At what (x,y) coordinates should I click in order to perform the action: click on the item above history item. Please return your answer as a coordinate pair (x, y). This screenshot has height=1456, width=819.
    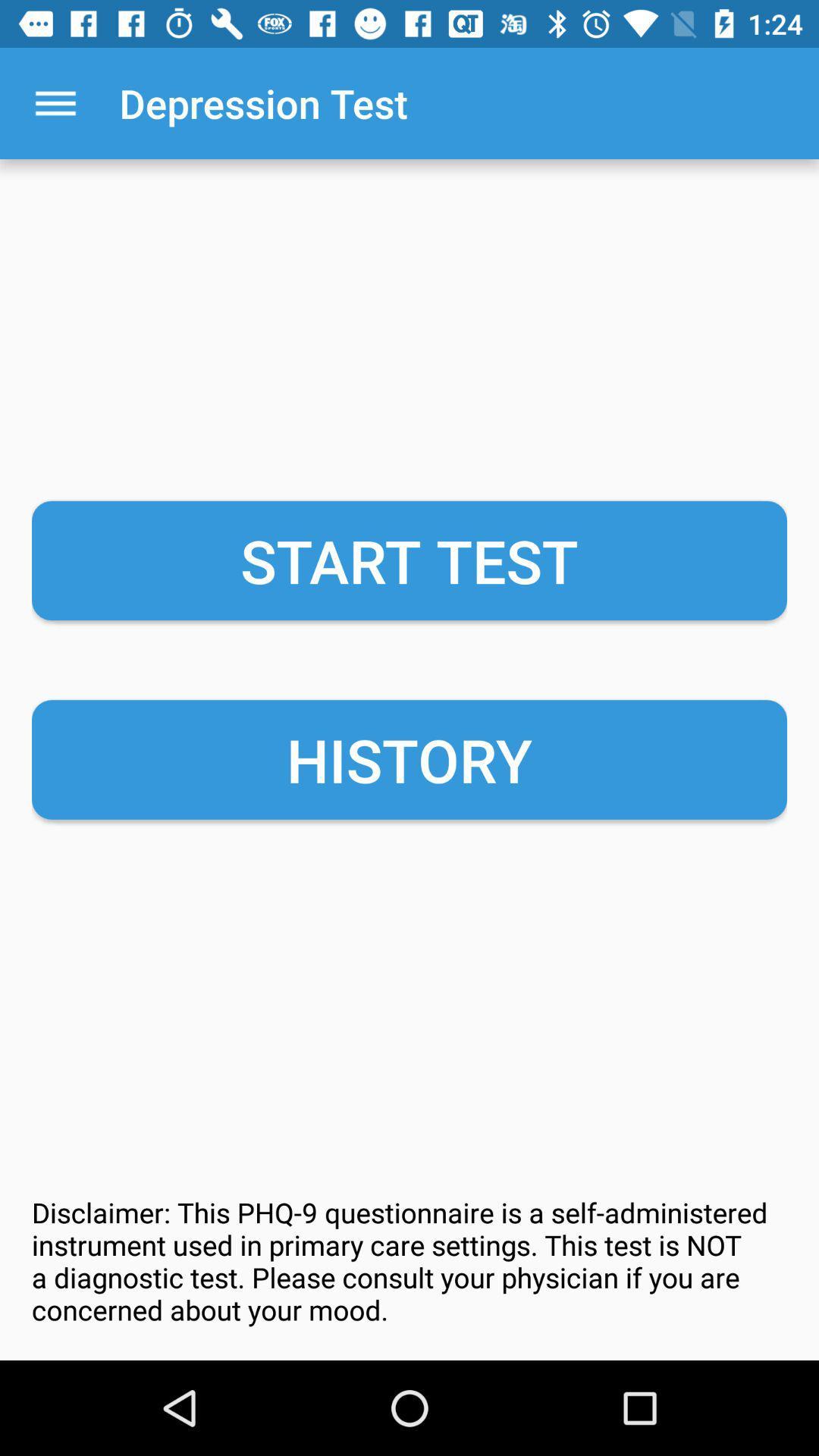
    Looking at the image, I should click on (409, 560).